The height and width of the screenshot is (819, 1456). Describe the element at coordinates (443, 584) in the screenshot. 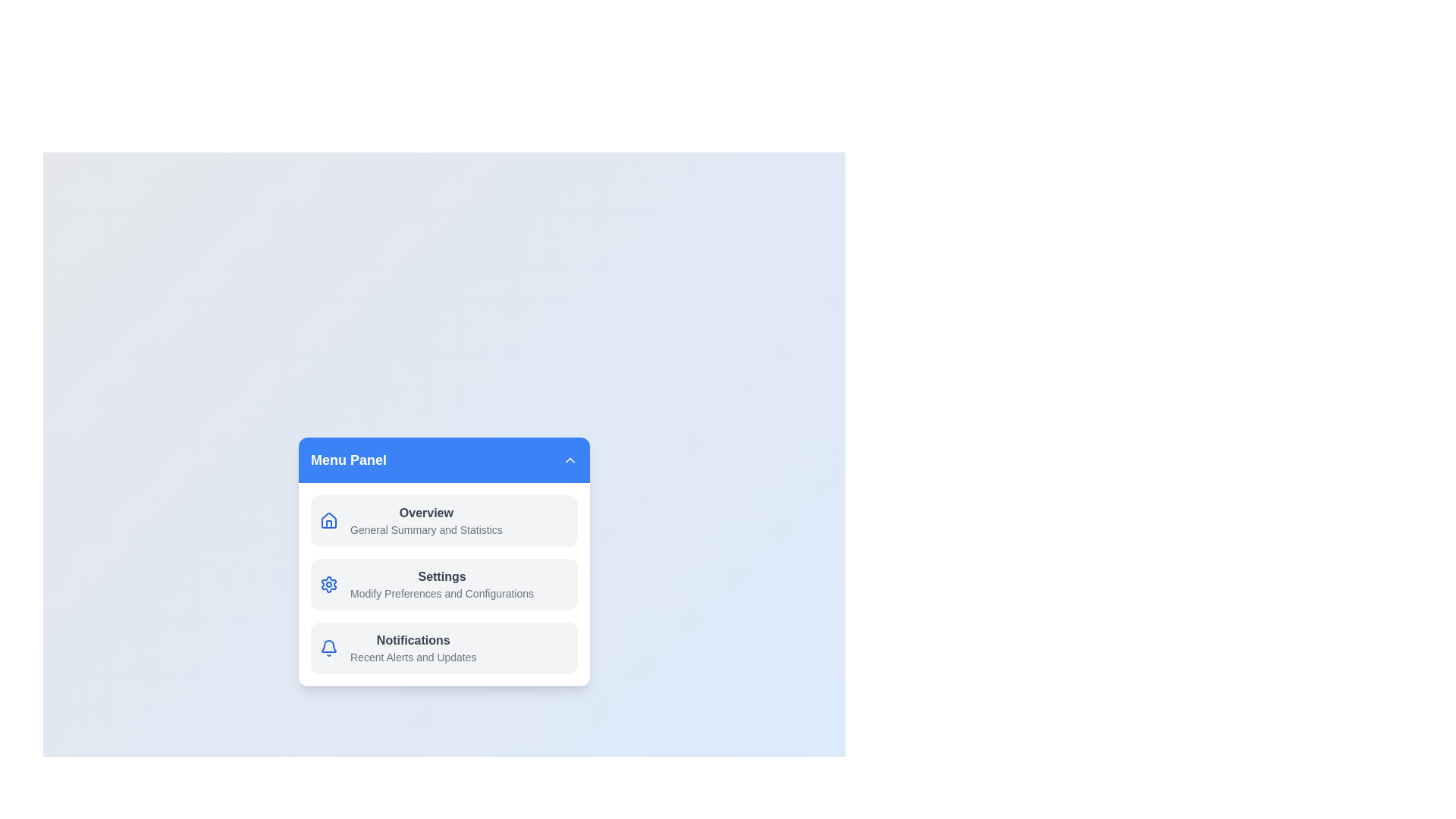

I see `the 'Settings' menu item in the InteractiveDashboardMenu` at that location.